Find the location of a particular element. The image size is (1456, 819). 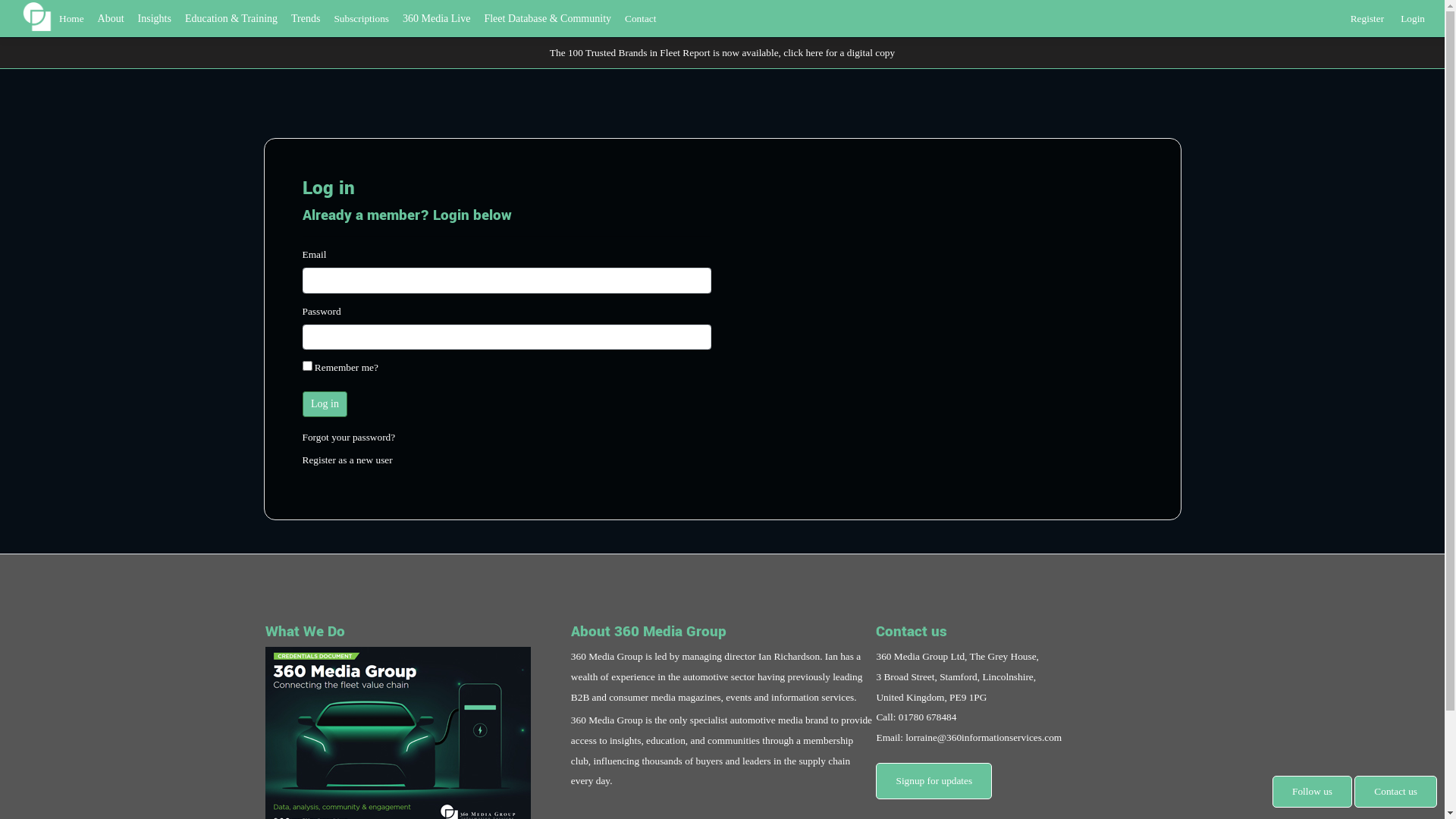

'Register' is located at coordinates (1367, 15).